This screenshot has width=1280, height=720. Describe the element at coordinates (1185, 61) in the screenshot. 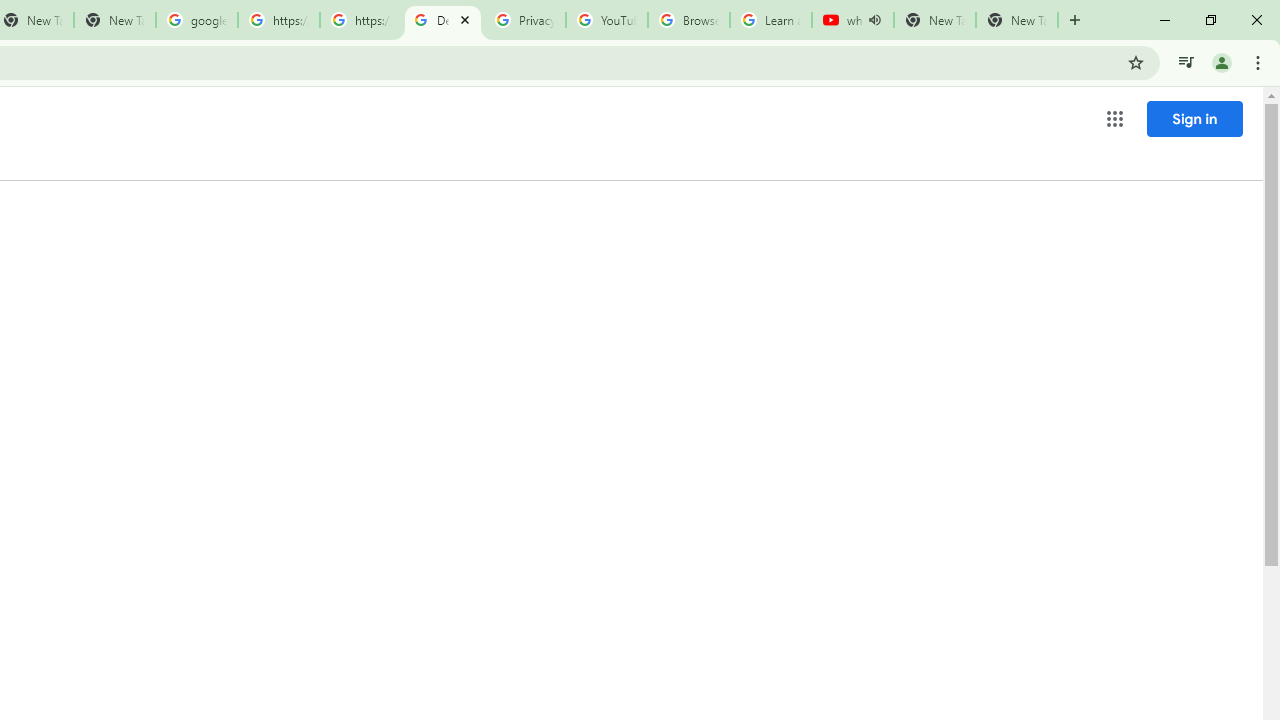

I see `'Control your music, videos, and more'` at that location.